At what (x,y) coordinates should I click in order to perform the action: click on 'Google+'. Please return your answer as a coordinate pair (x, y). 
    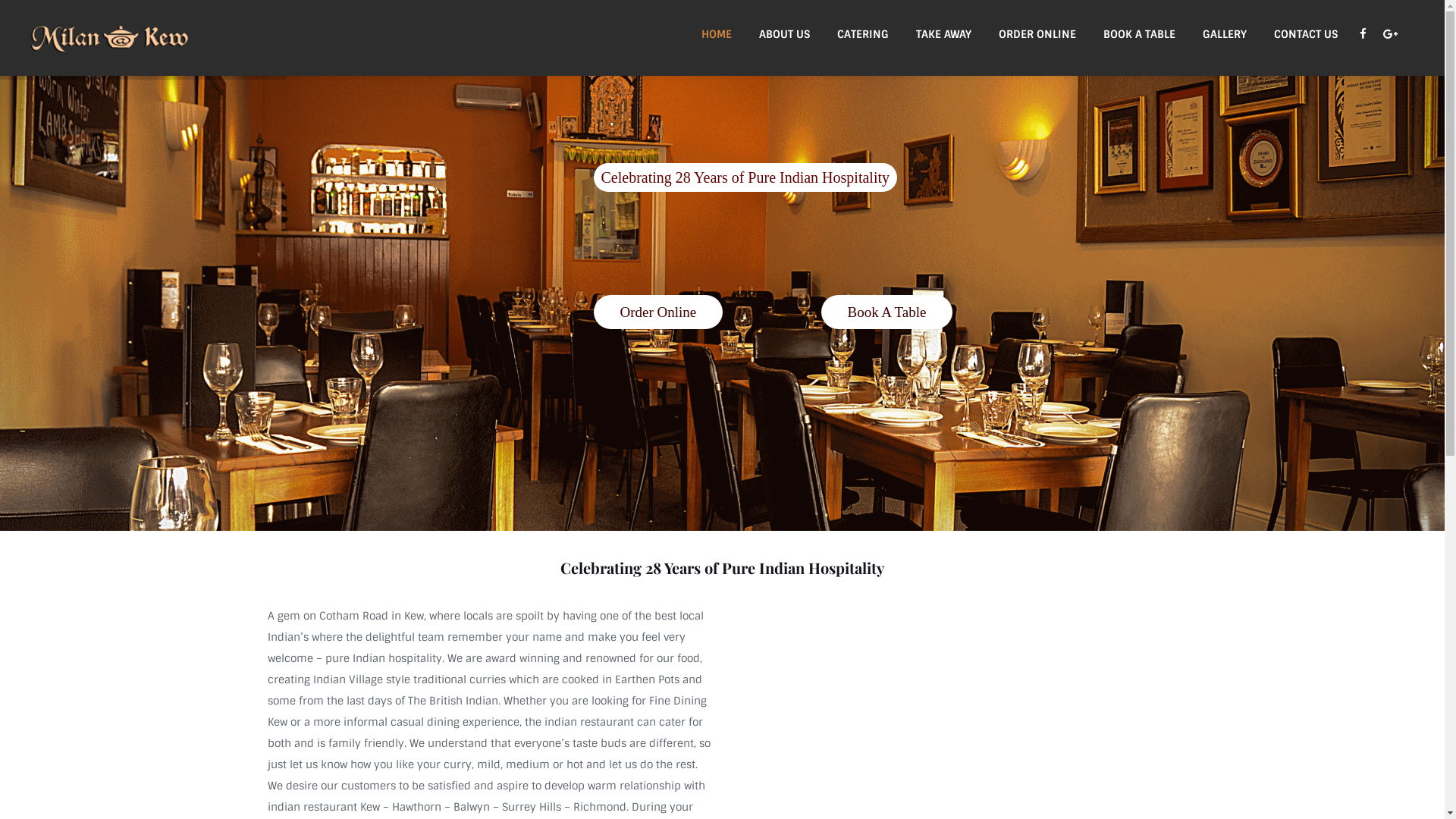
    Looking at the image, I should click on (1390, 34).